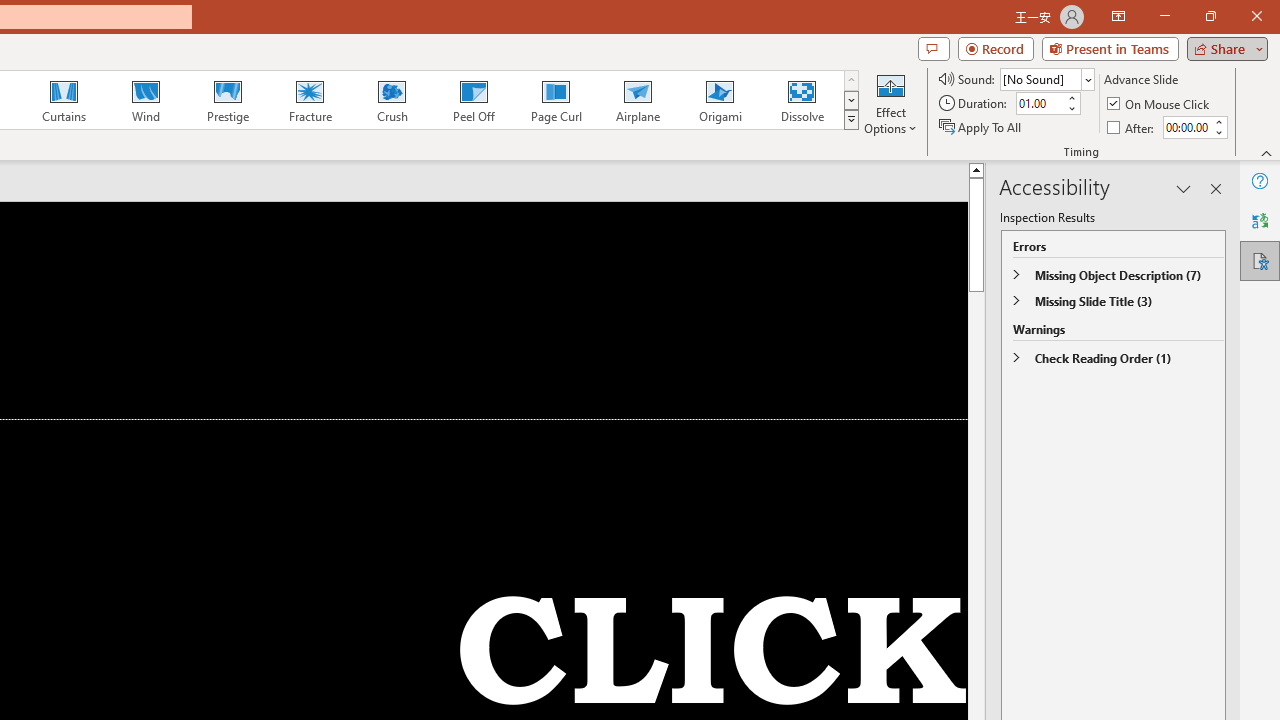  I want to click on 'Peel Off', so click(472, 100).